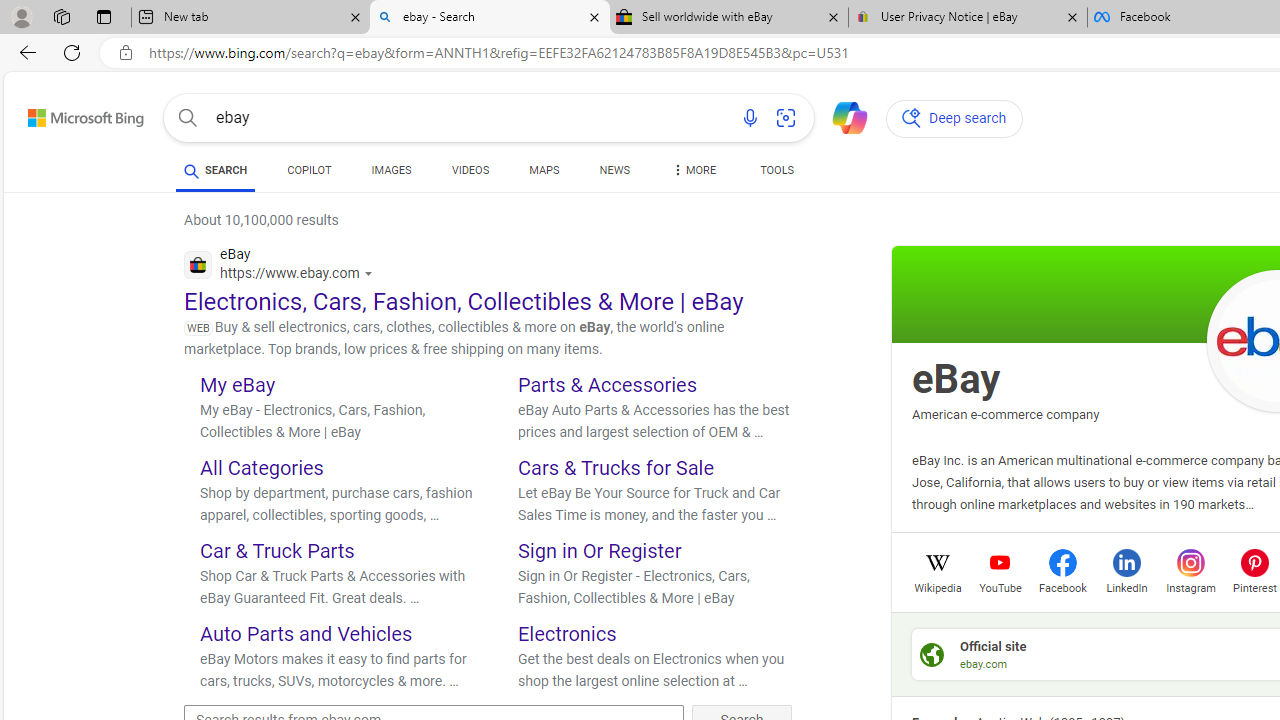 The width and height of the screenshot is (1280, 720). Describe the element at coordinates (775, 170) in the screenshot. I see `'TOOLS'` at that location.